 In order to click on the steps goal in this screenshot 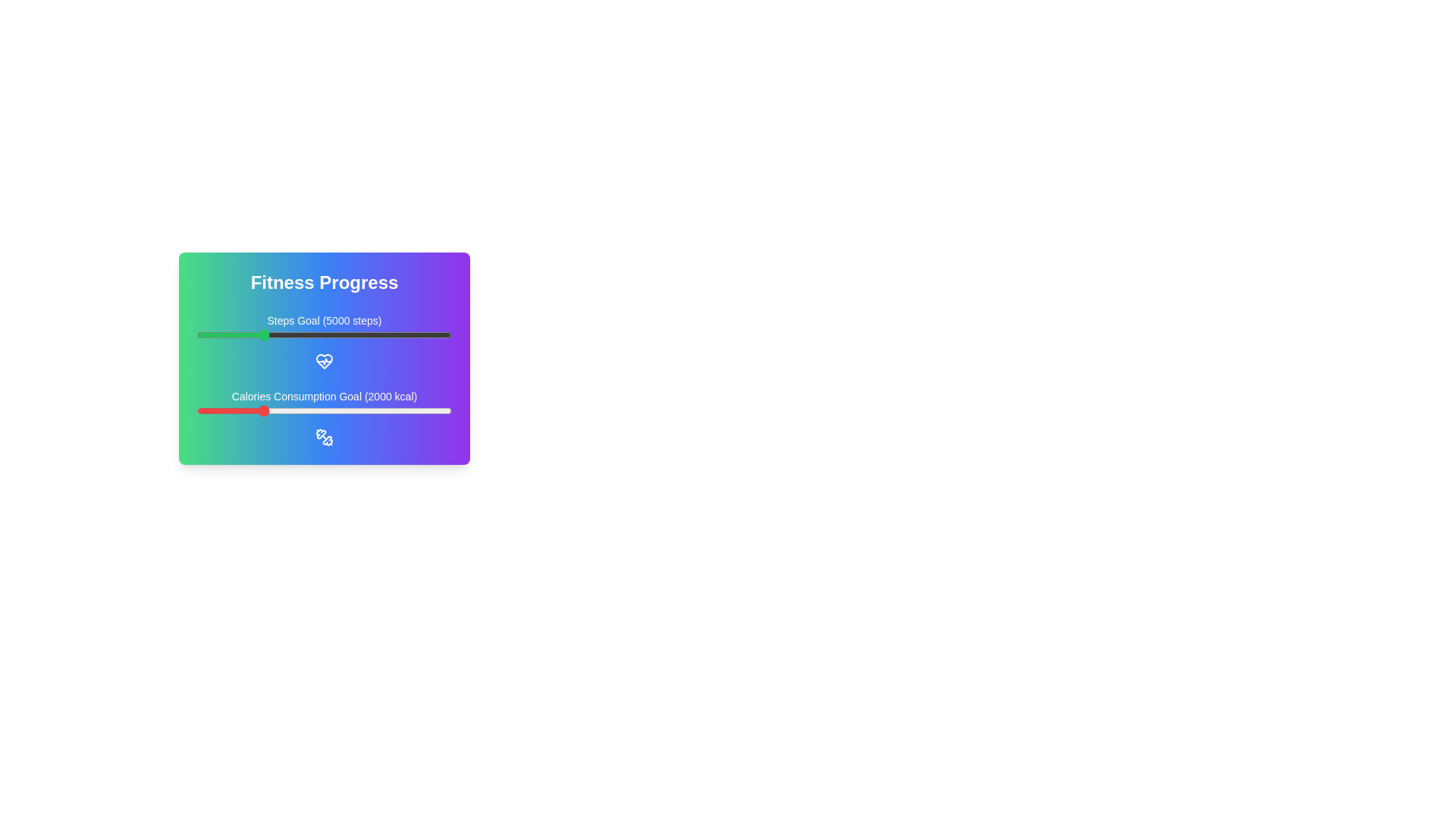, I will do `click(370, 334)`.